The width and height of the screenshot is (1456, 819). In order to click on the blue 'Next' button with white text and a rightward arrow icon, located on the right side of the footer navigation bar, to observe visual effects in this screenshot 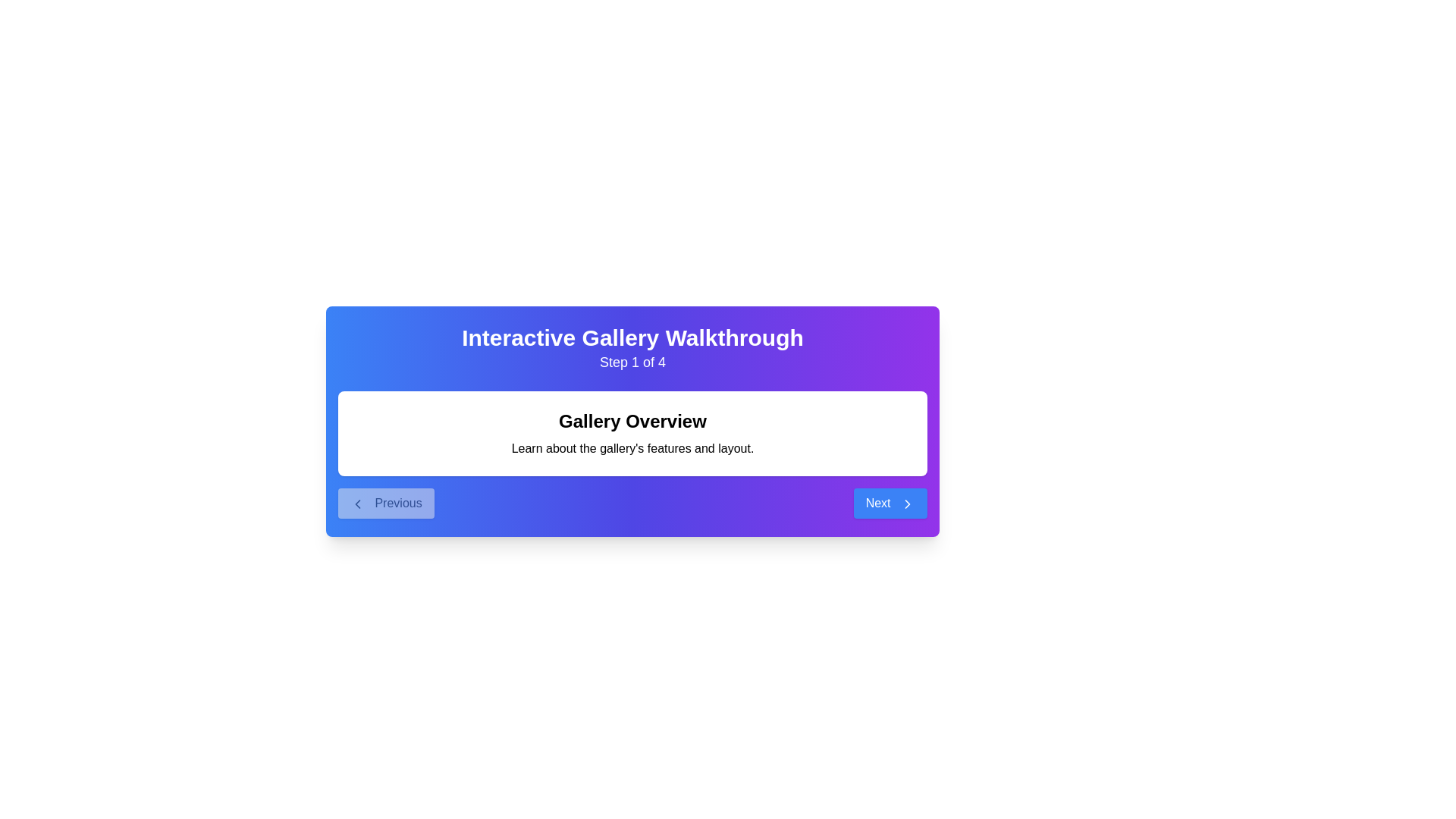, I will do `click(890, 503)`.